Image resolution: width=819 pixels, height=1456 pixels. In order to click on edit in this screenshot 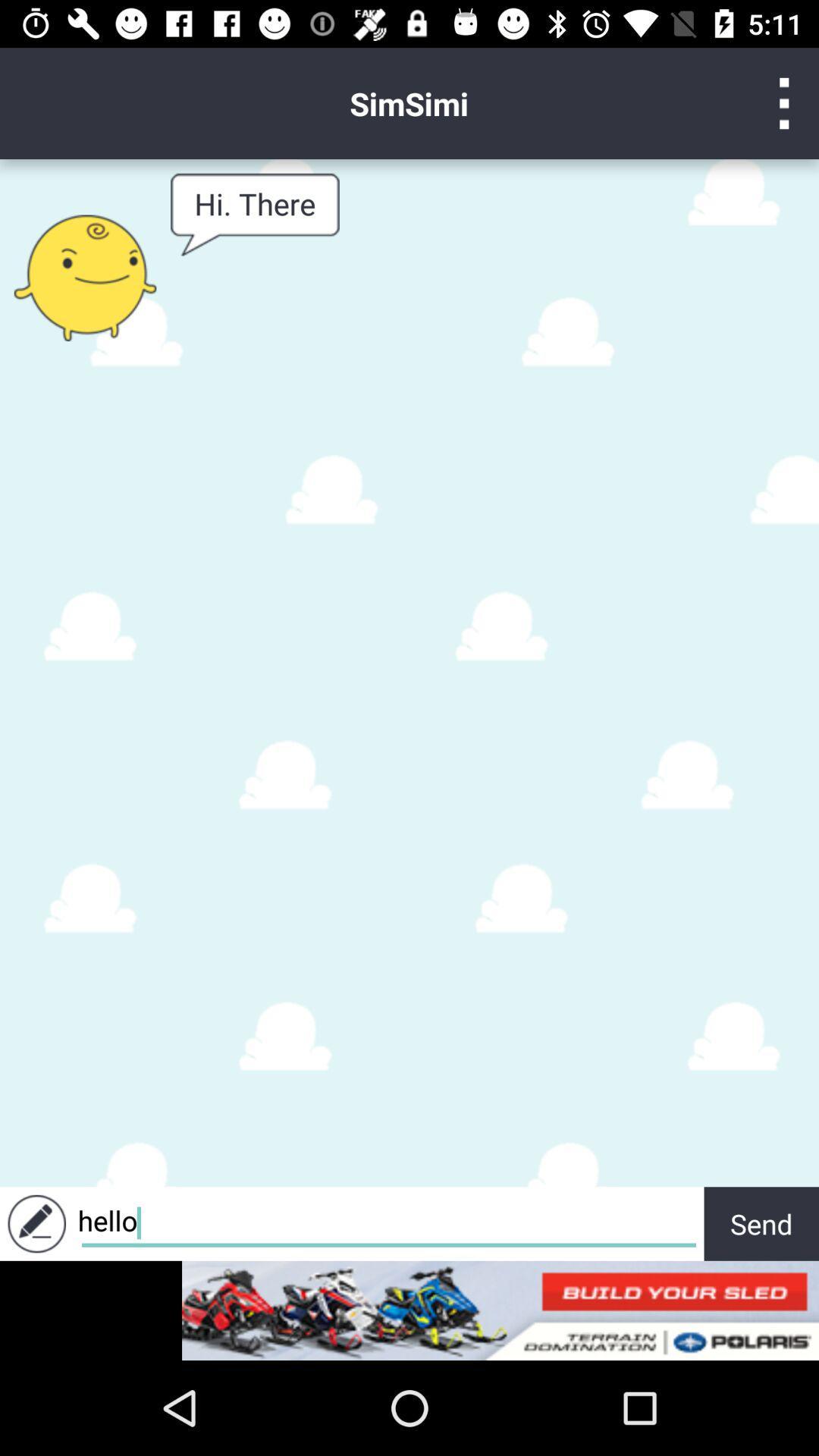, I will do `click(36, 1223)`.